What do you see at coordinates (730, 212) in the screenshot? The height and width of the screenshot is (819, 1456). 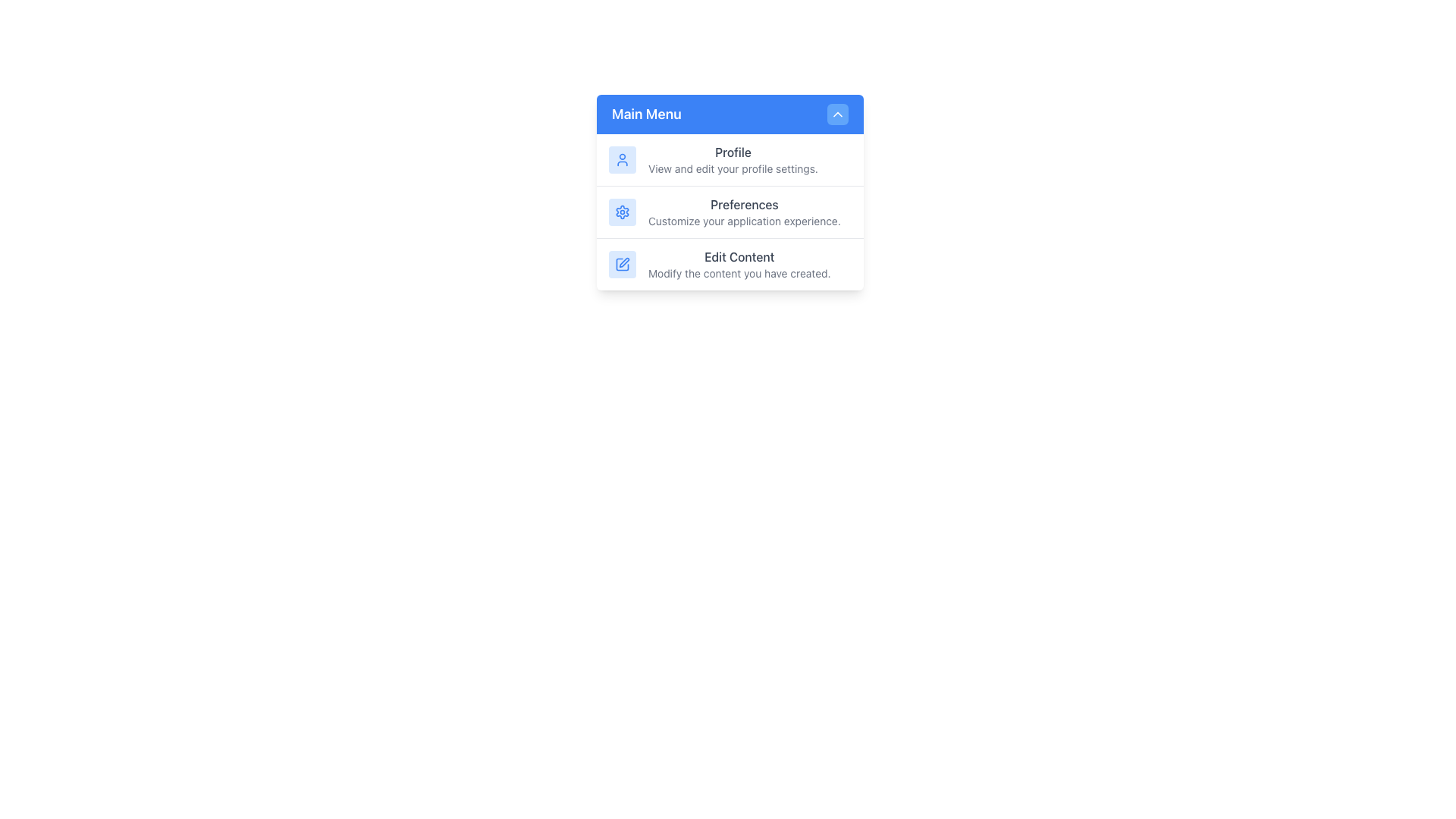 I see `the 'Preferences' list item featuring a gear icon in a blue circle` at bounding box center [730, 212].